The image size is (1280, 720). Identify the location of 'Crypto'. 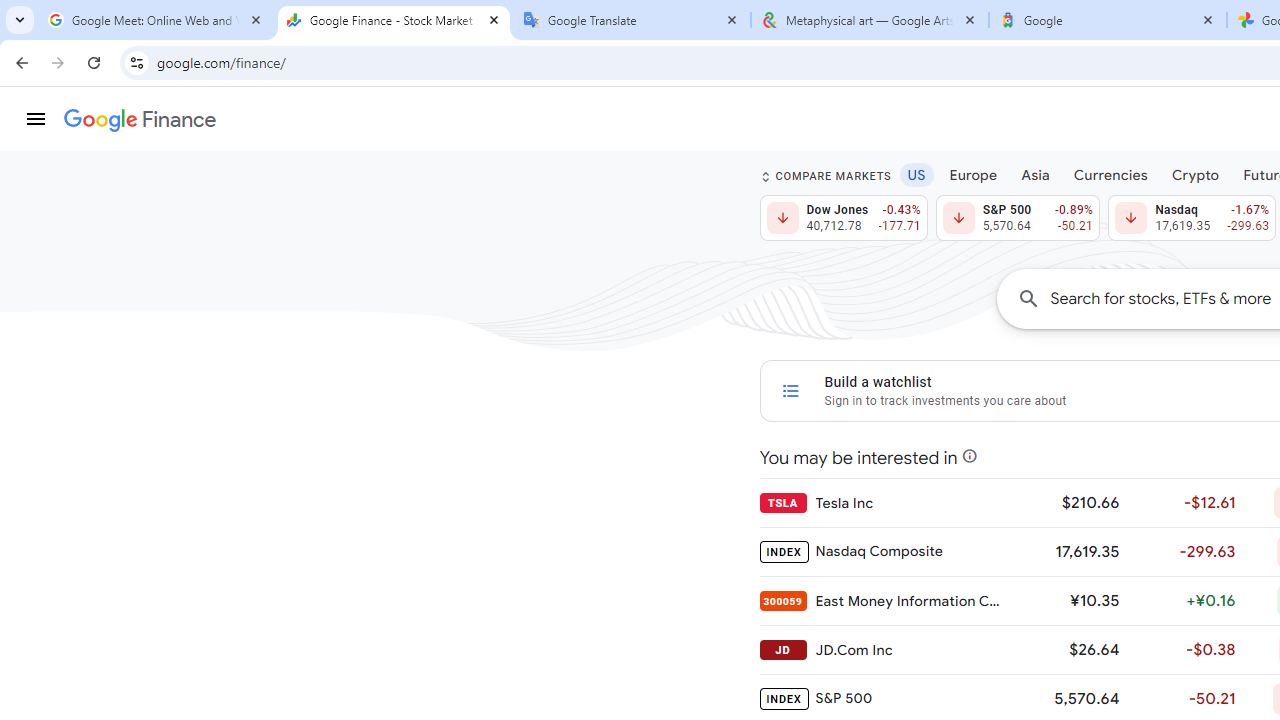
(1195, 173).